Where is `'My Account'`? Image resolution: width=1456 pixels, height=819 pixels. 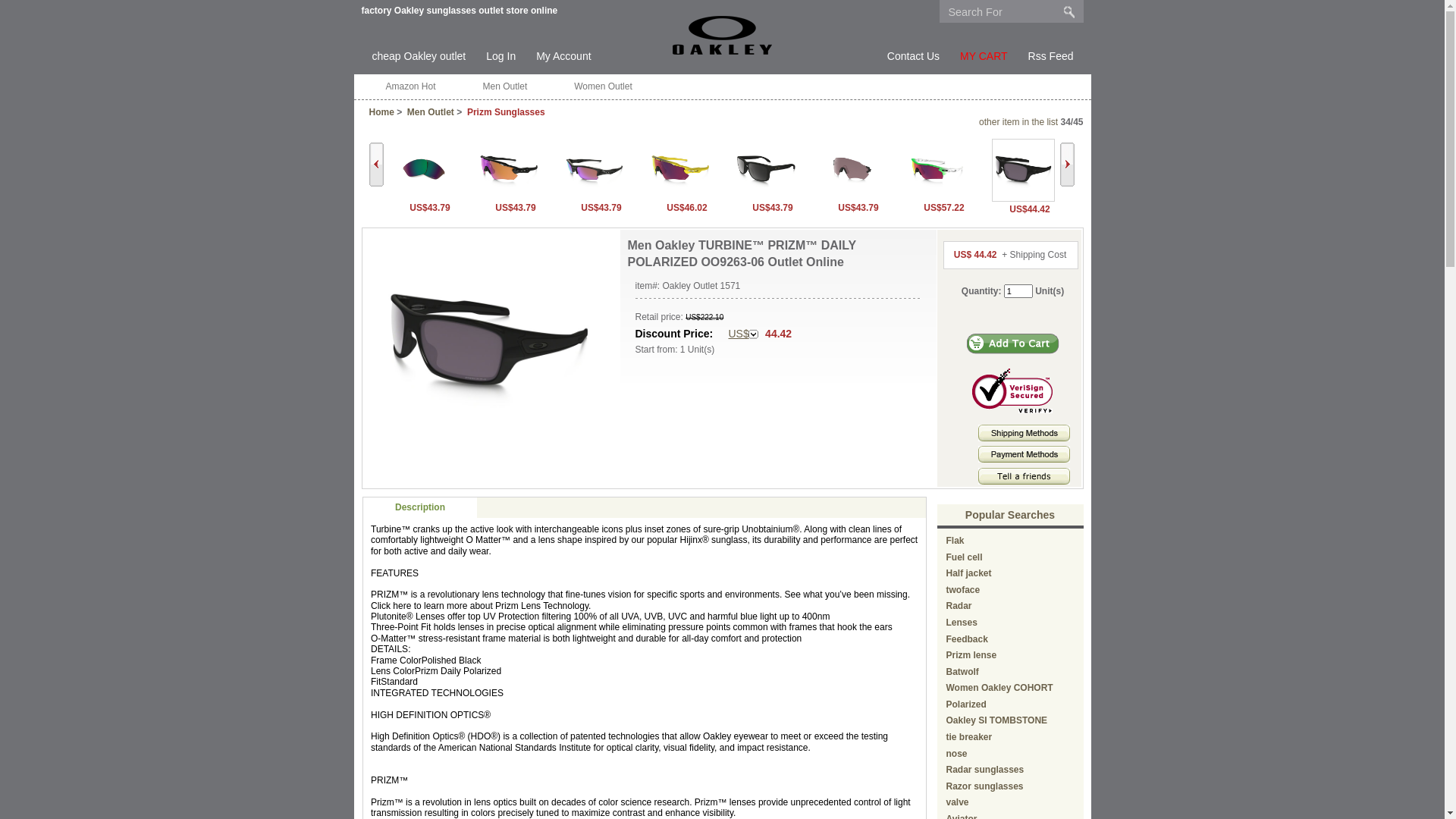 'My Account' is located at coordinates (535, 55).